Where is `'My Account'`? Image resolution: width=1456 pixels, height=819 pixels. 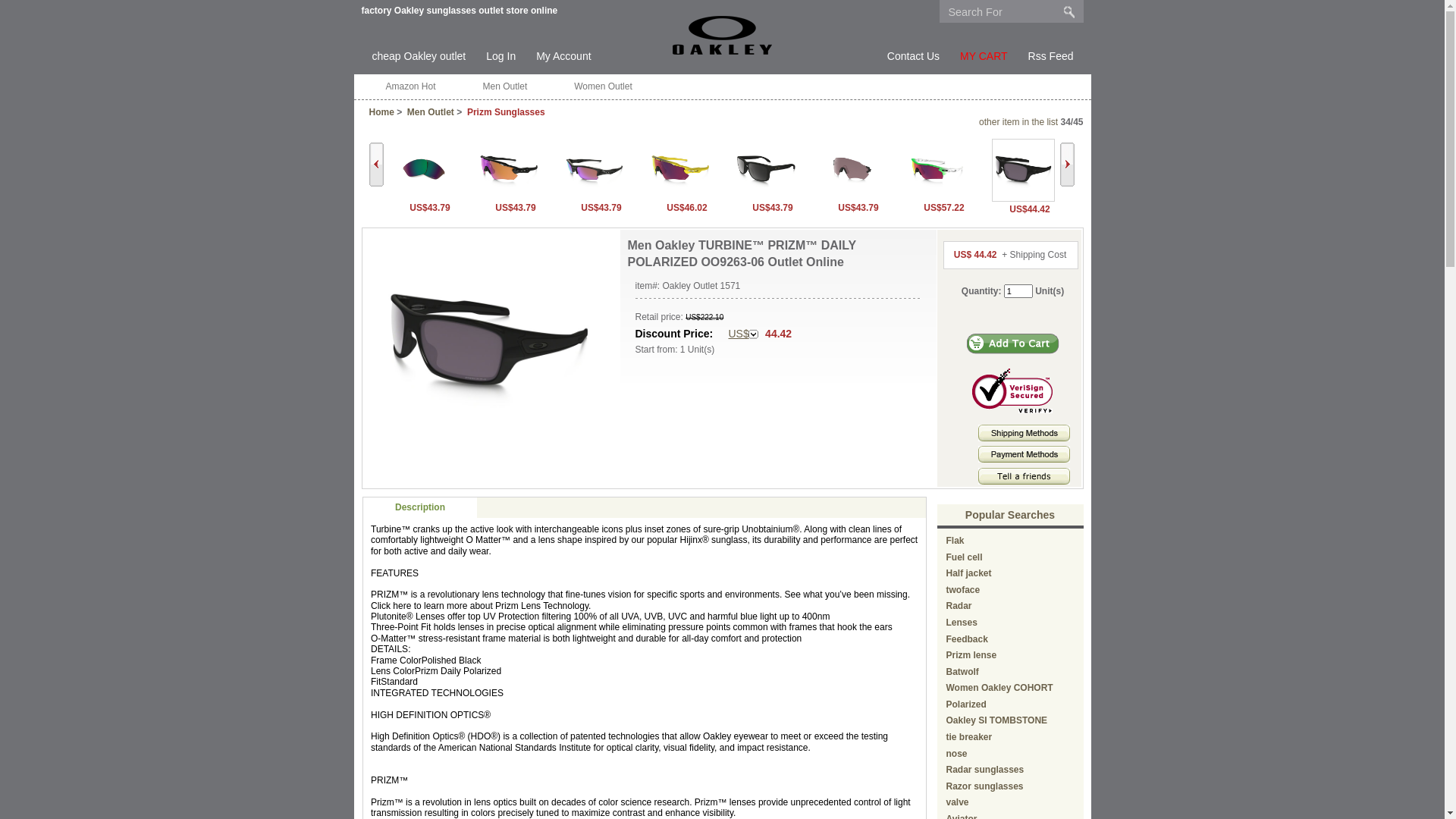 'My Account' is located at coordinates (535, 55).